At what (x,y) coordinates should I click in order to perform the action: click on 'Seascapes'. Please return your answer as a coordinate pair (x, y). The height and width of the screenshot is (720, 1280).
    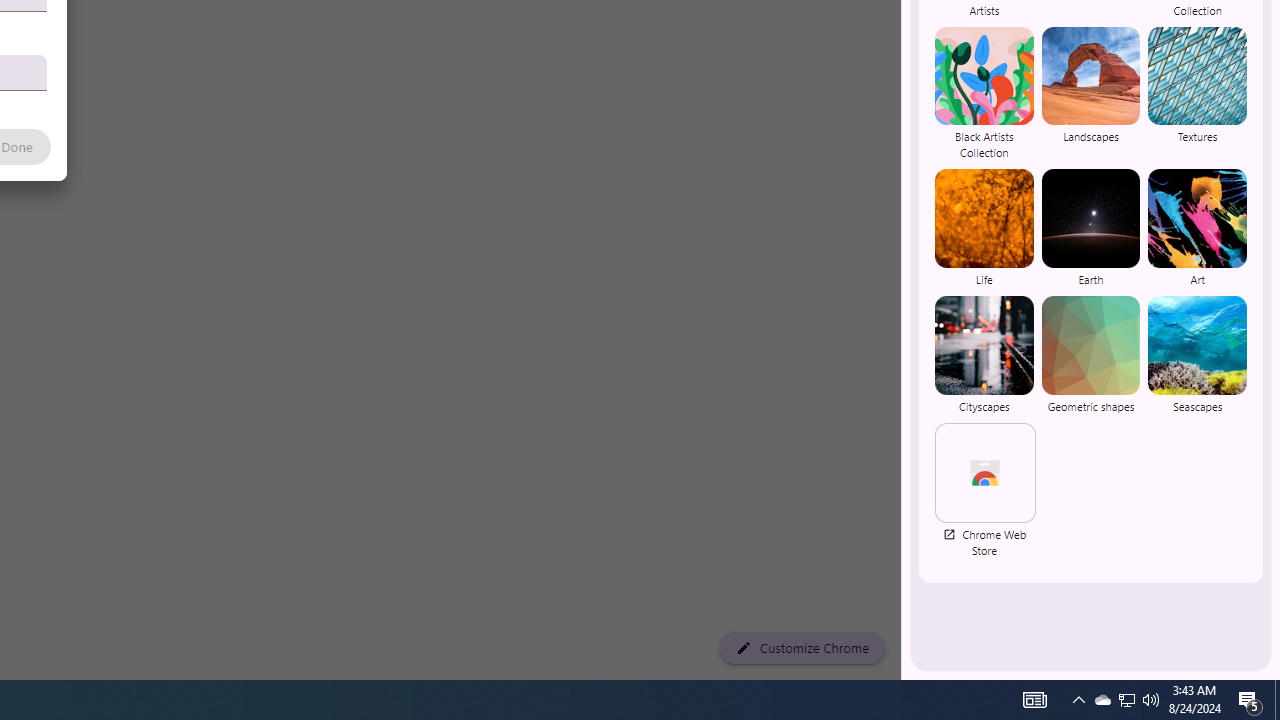
    Looking at the image, I should click on (1197, 353).